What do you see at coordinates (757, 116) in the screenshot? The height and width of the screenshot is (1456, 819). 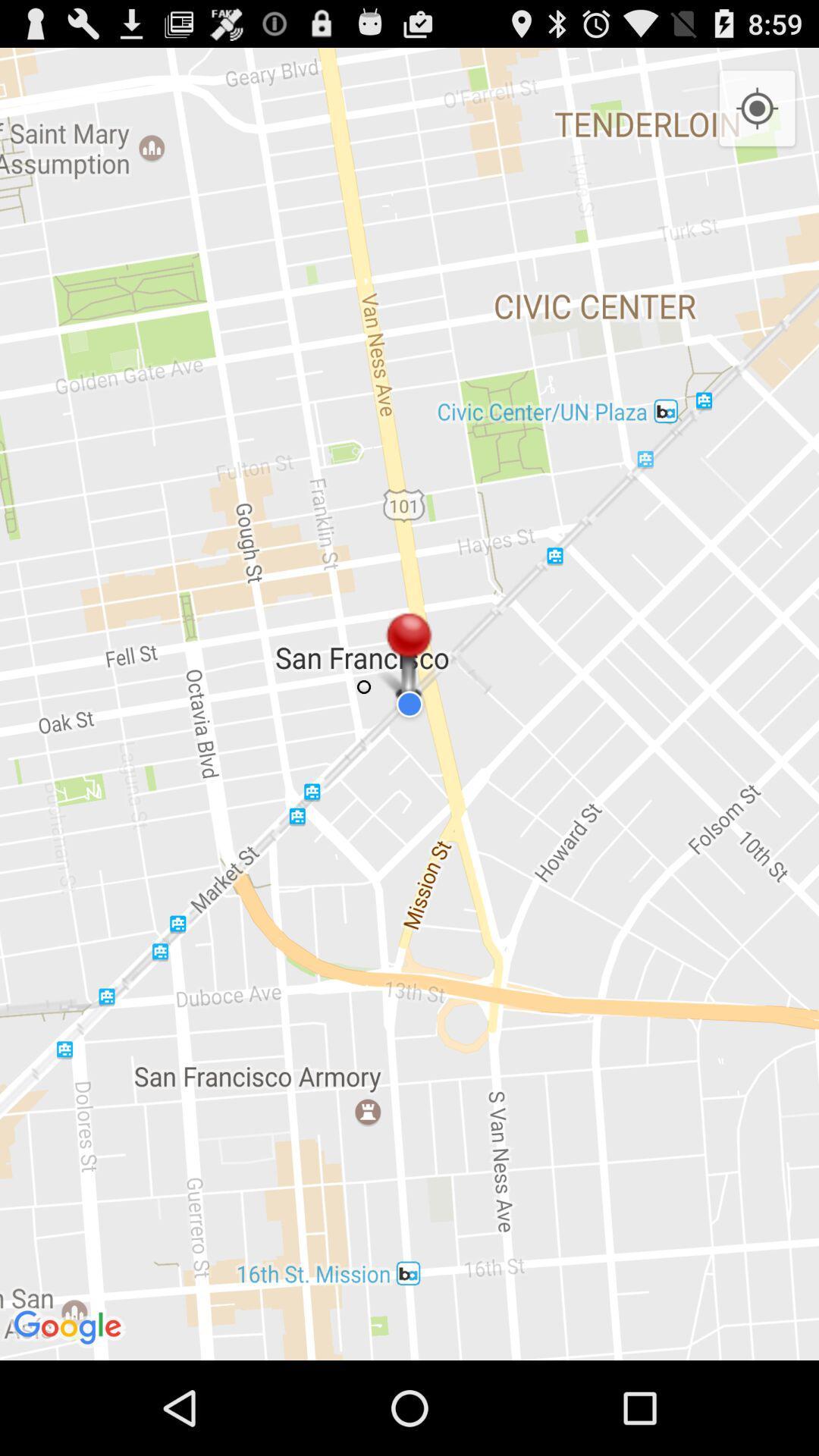 I see `the location_crosshair icon` at bounding box center [757, 116].